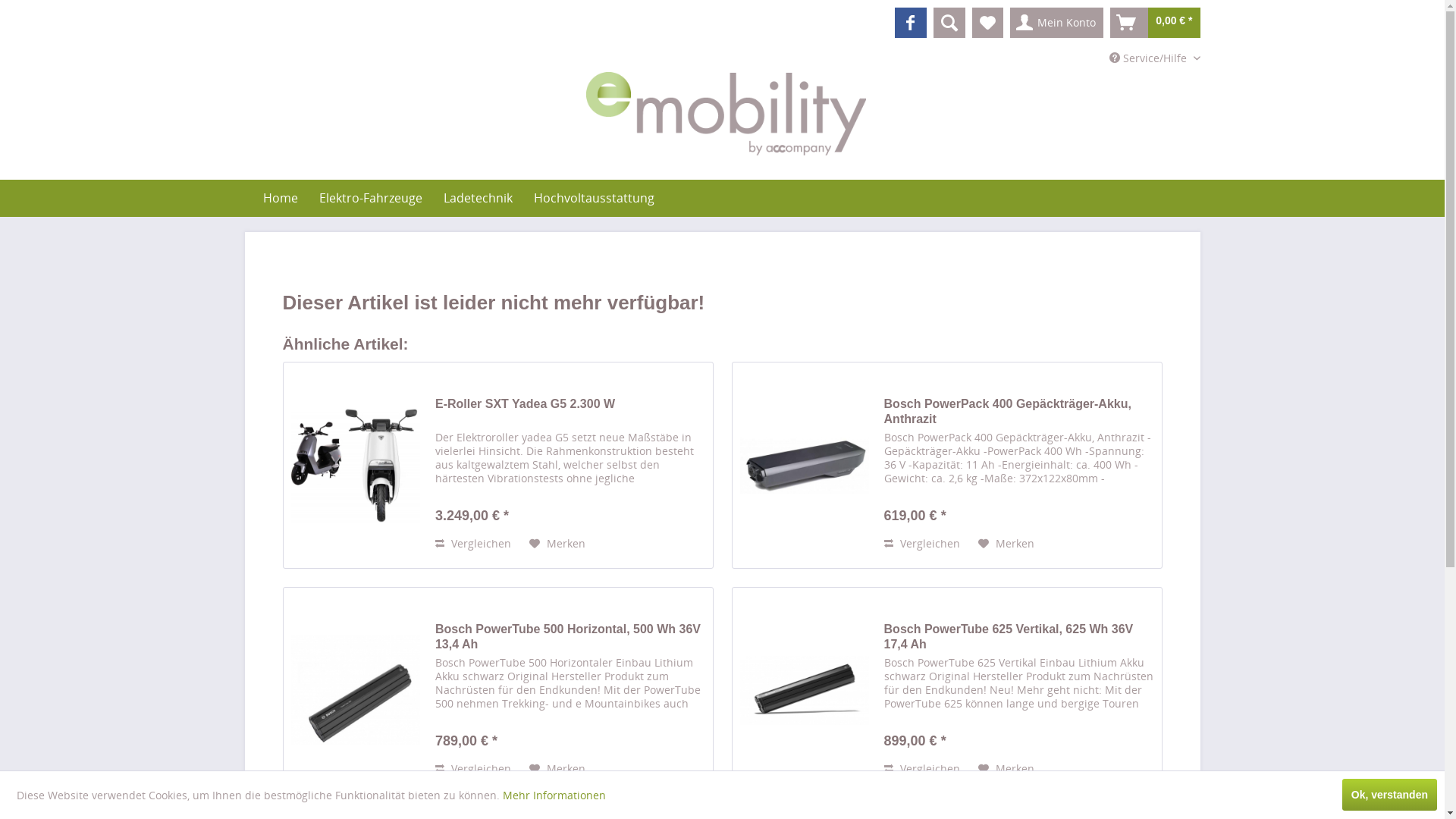 Image resolution: width=1456 pixels, height=819 pixels. Describe the element at coordinates (1009, 23) in the screenshot. I see `'Mein Konto'` at that location.